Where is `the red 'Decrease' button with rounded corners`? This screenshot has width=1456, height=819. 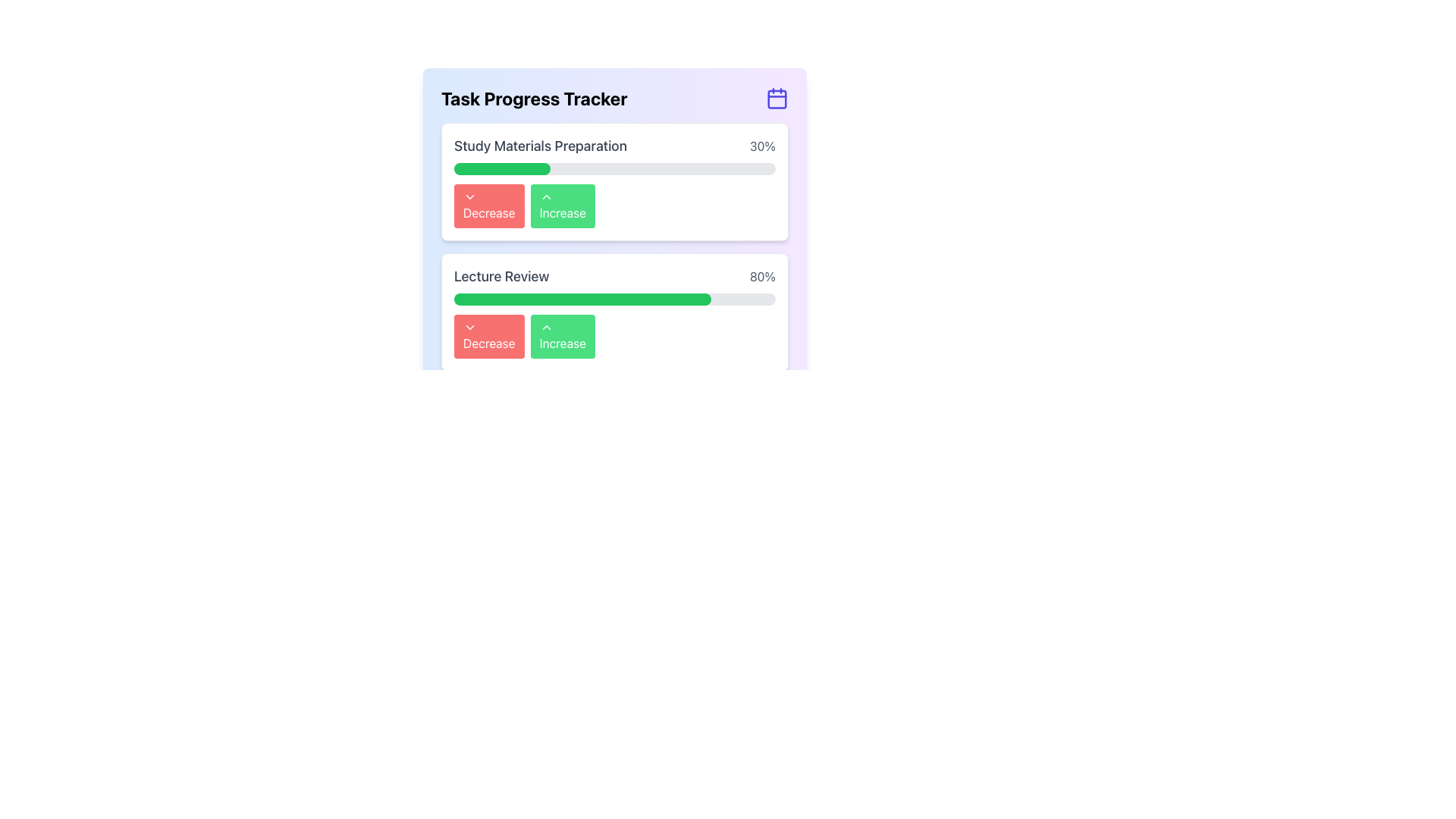
the red 'Decrease' button with rounded corners is located at coordinates (489, 335).